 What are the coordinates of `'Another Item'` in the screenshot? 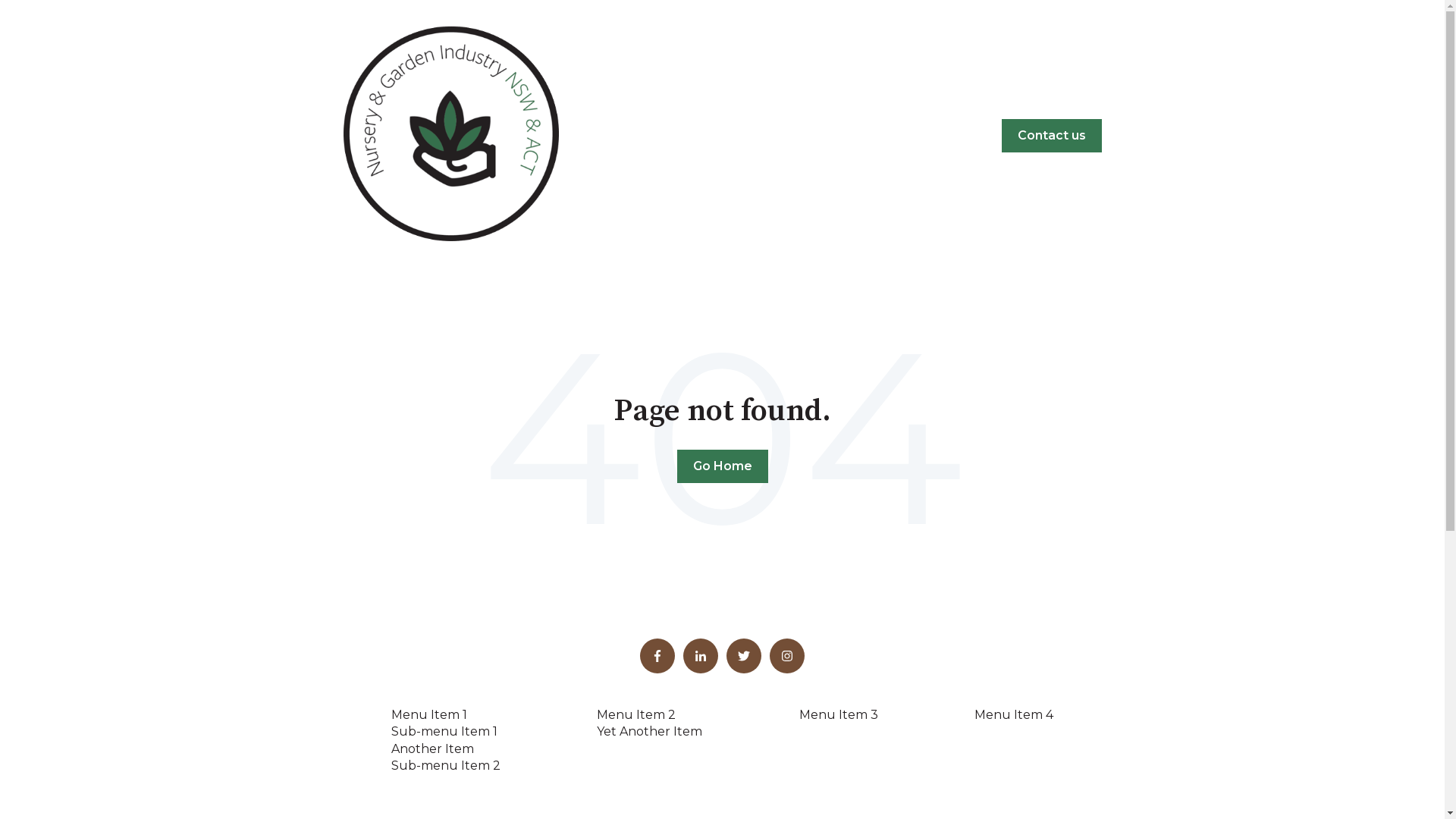 It's located at (431, 748).